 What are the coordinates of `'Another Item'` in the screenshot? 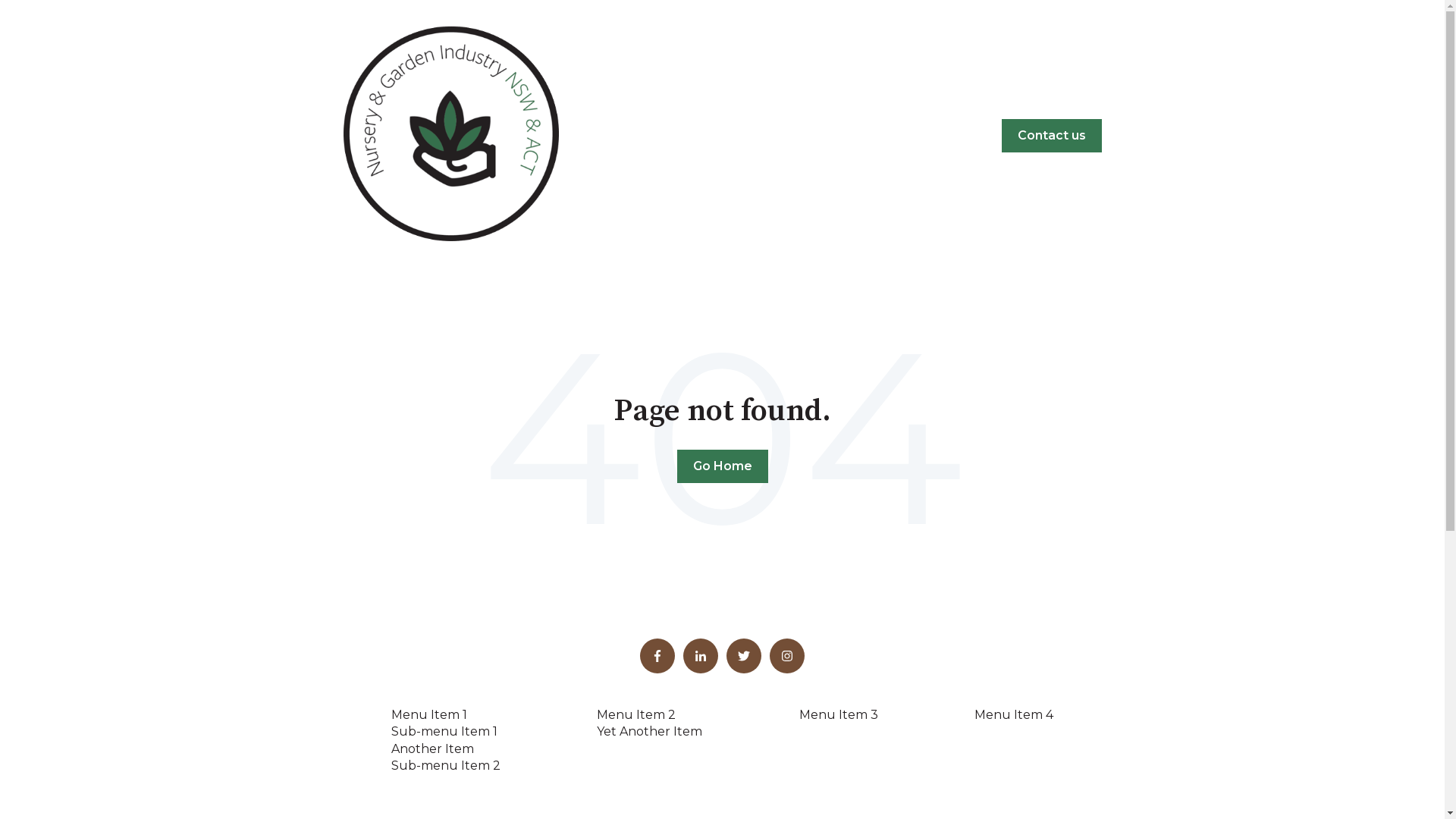 It's located at (431, 748).